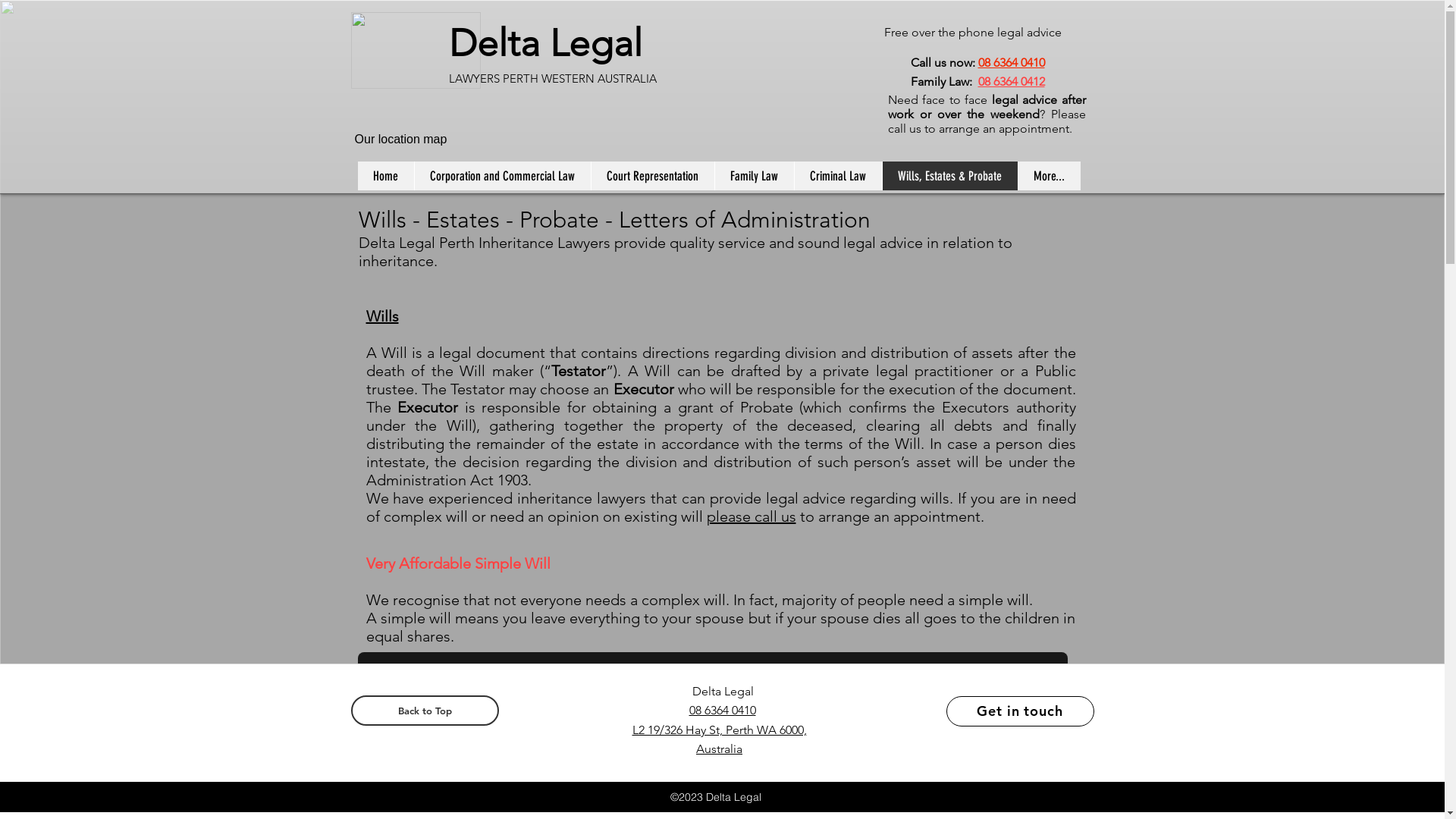 This screenshot has height=819, width=1456. I want to click on 'Embedded Content', so click(425, 115).